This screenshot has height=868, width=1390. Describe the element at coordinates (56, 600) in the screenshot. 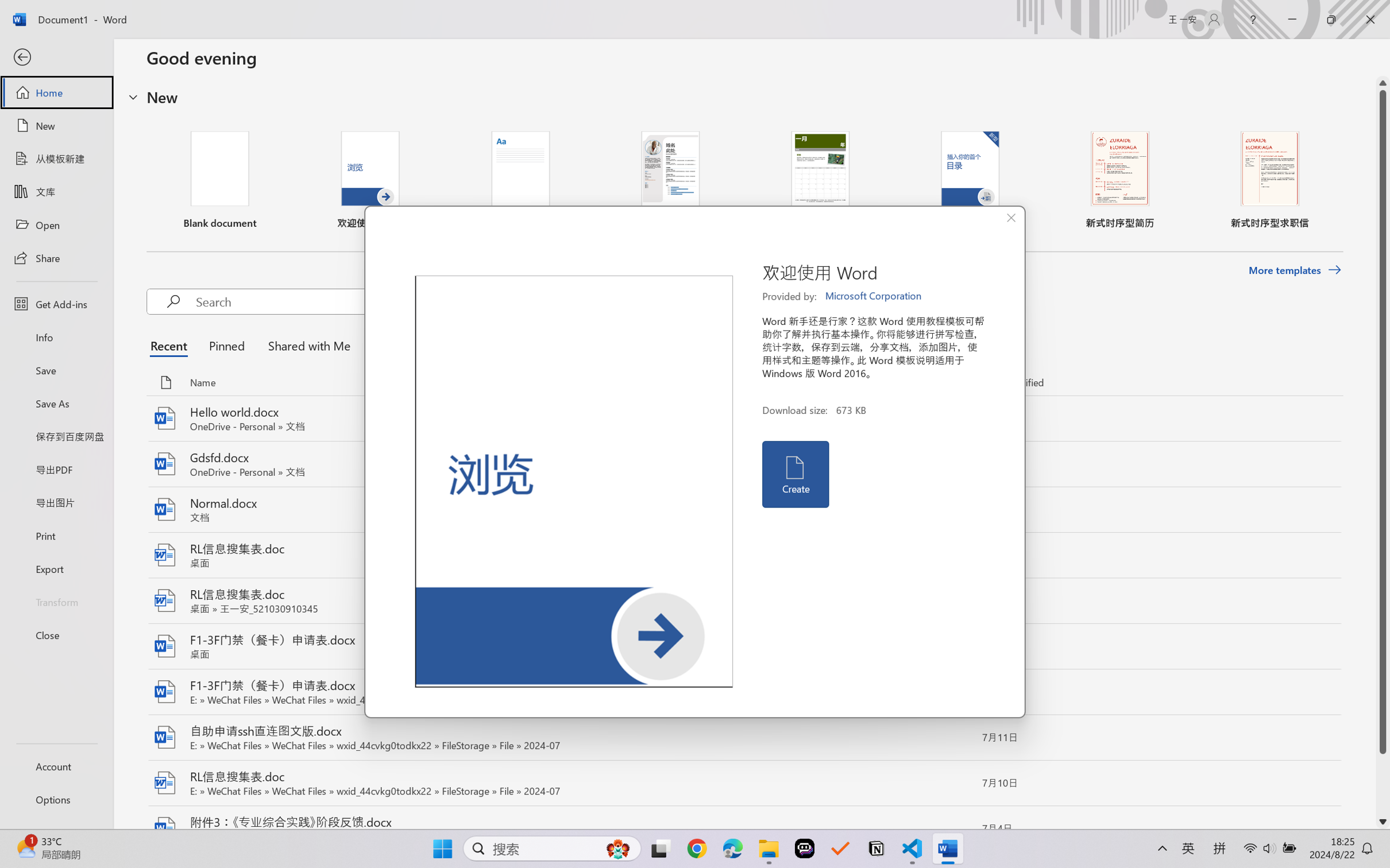

I see `'Transform'` at that location.